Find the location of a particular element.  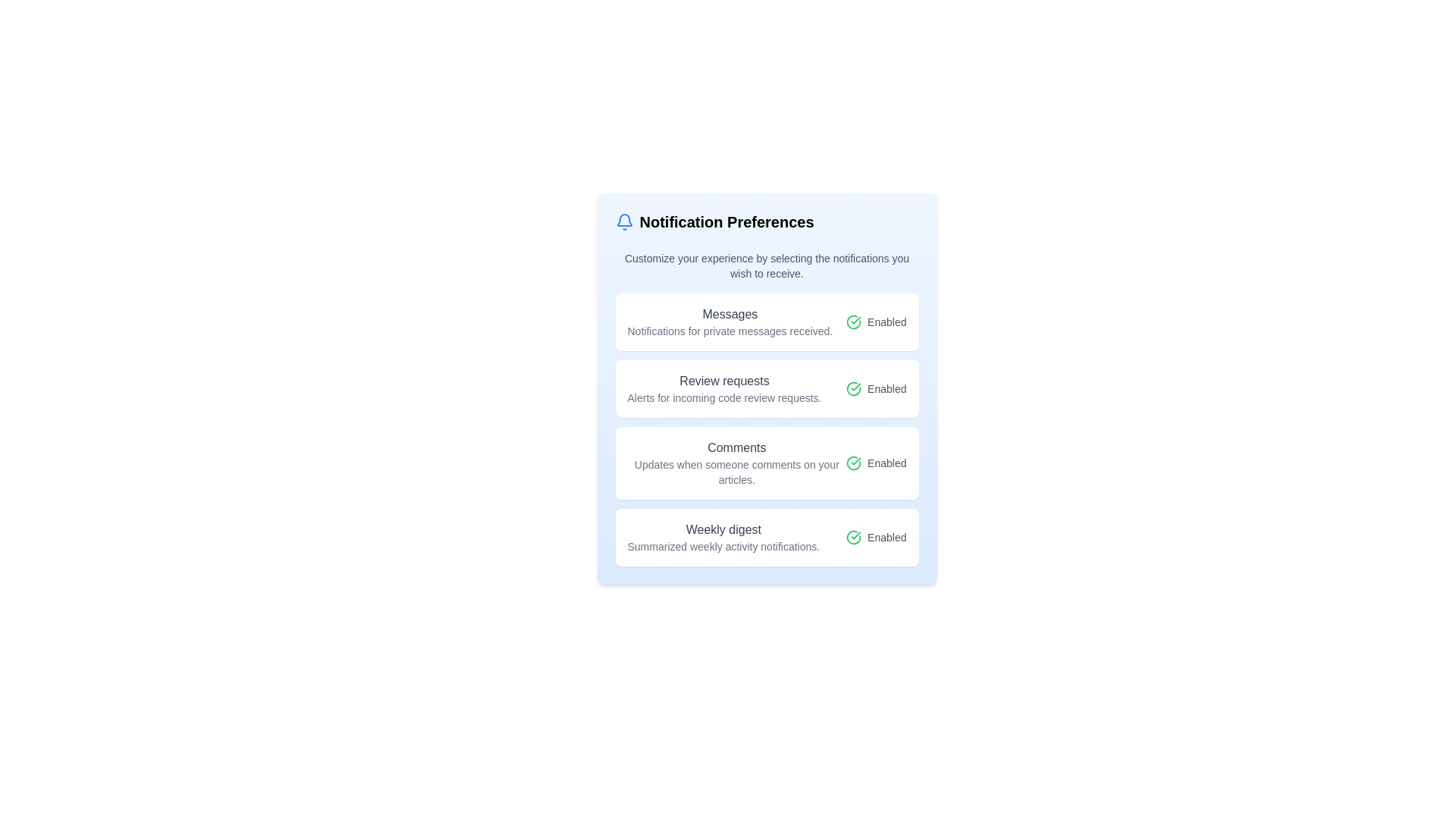

the grouped list of notification settings under 'Notification Preferences' is located at coordinates (767, 430).